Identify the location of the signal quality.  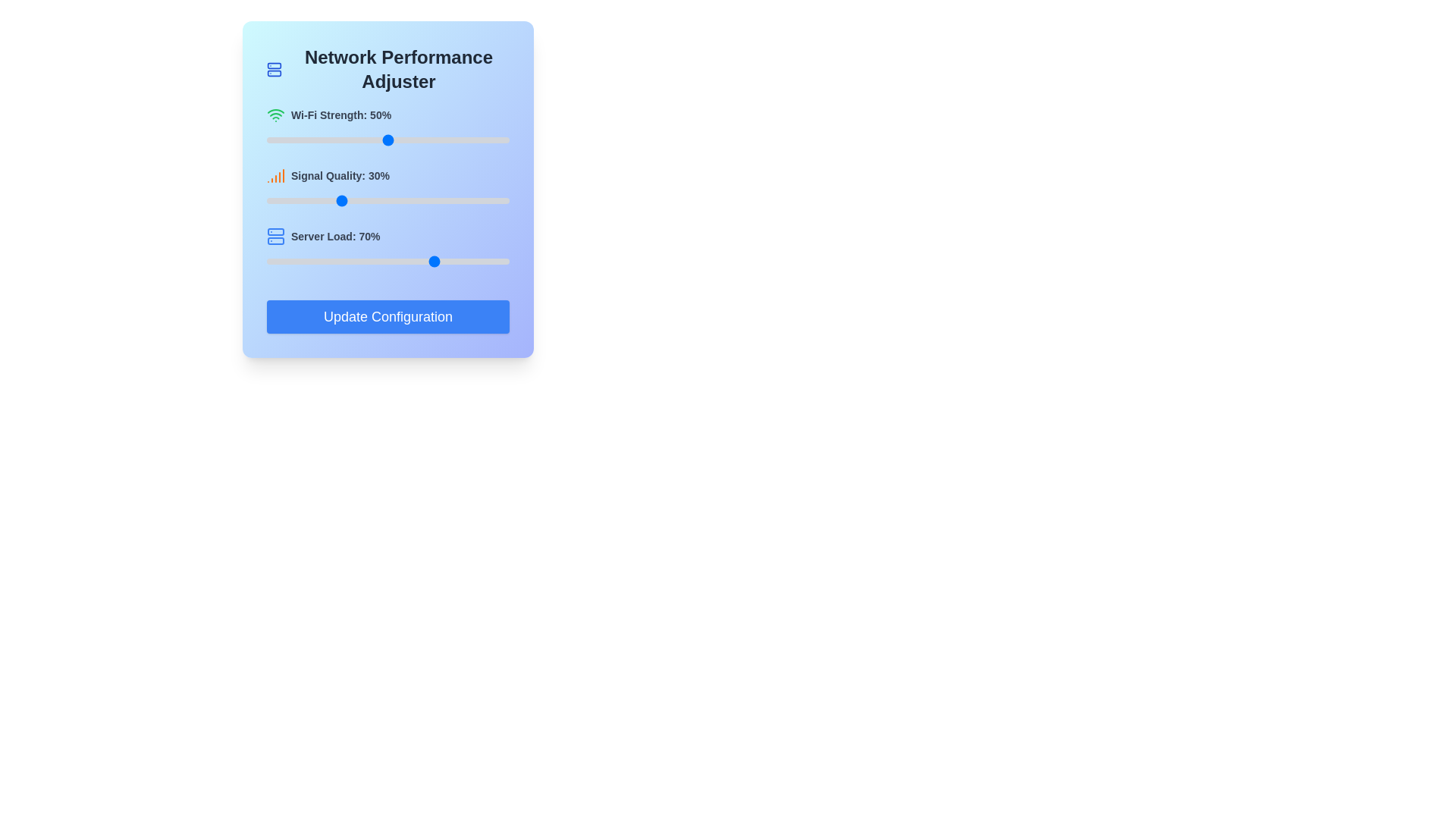
(371, 200).